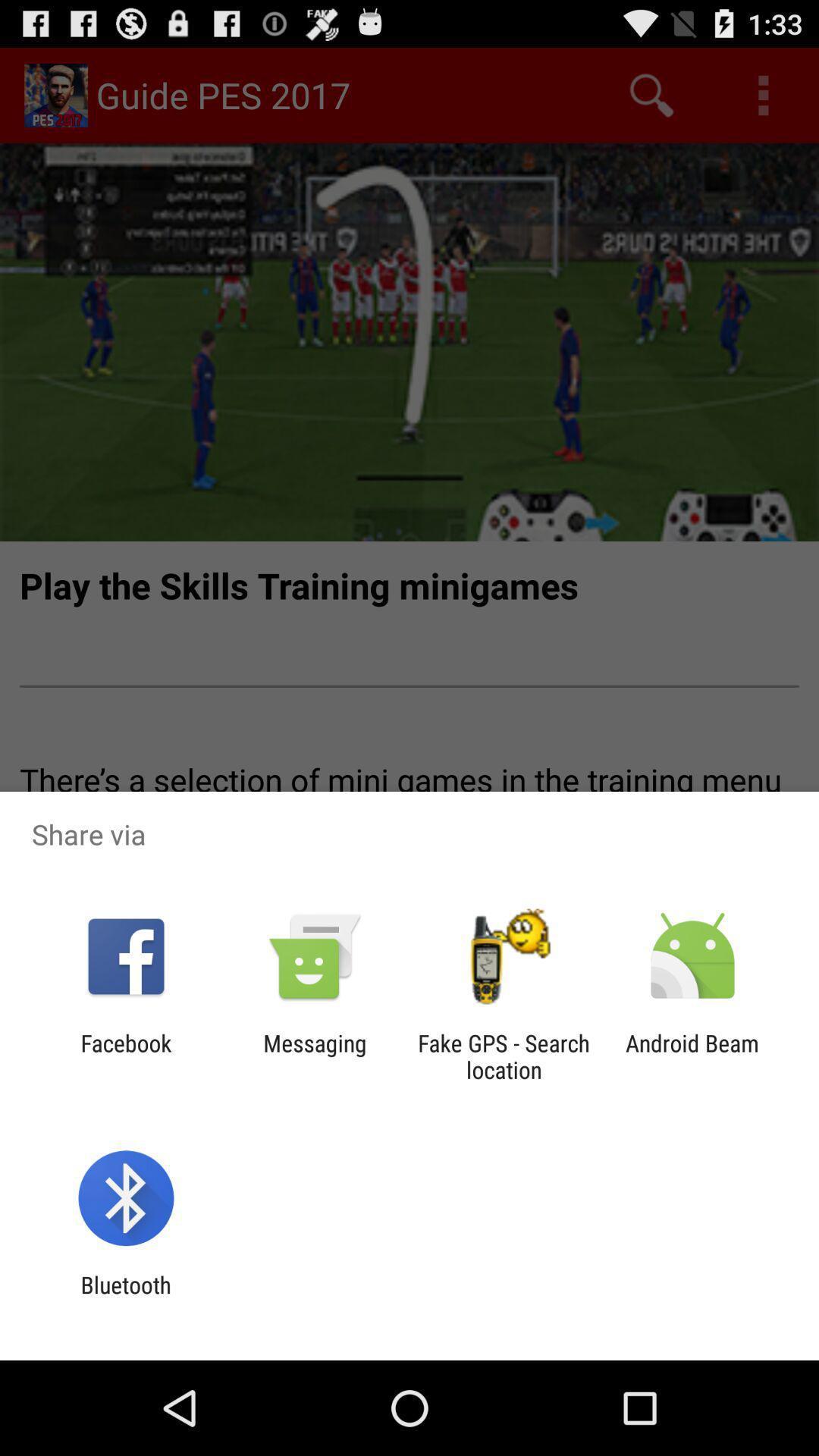  What do you see at coordinates (125, 1056) in the screenshot?
I see `icon to the left of the messaging item` at bounding box center [125, 1056].